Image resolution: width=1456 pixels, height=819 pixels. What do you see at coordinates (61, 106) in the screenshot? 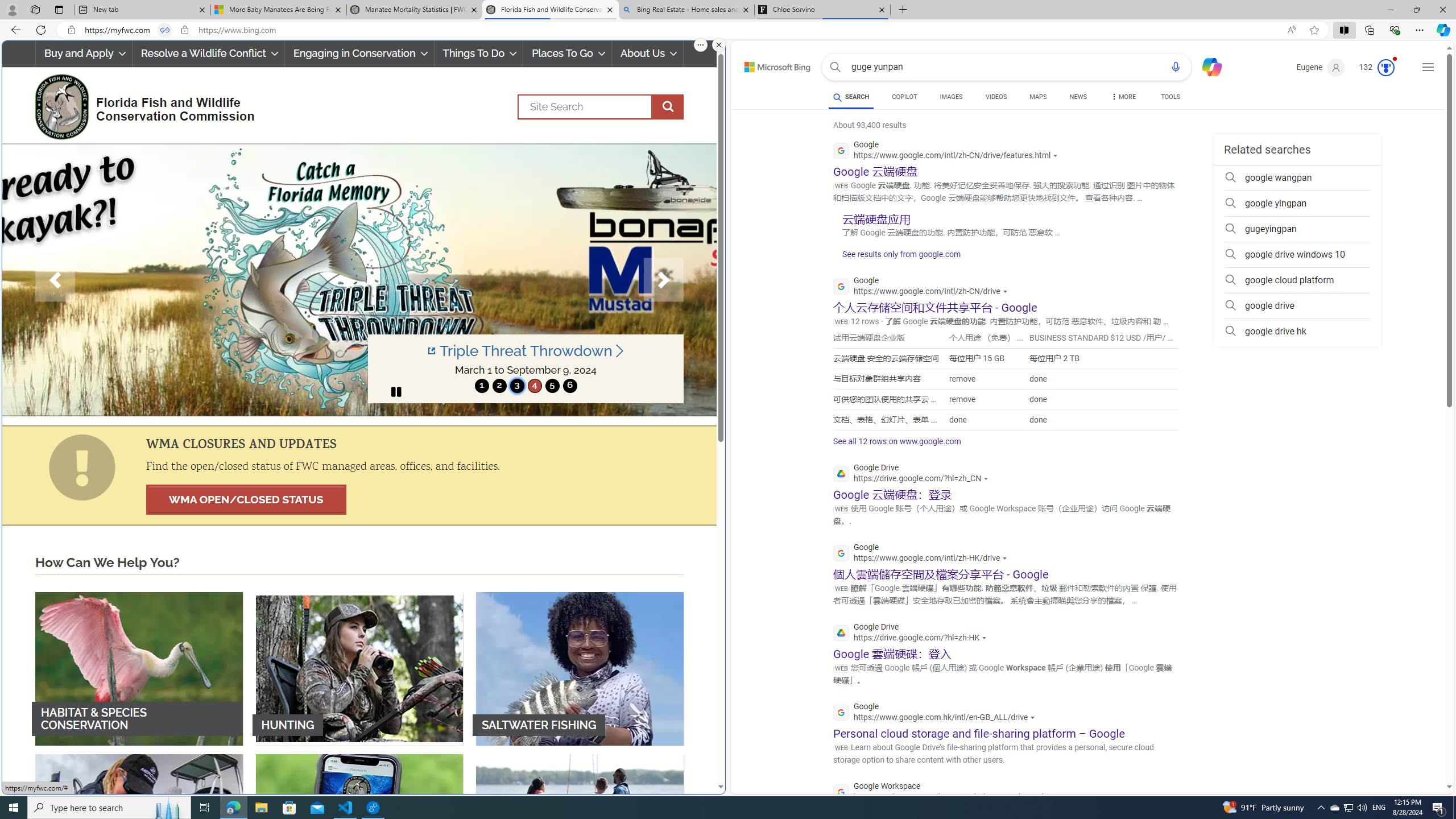
I see `'FWC Logo'` at bounding box center [61, 106].